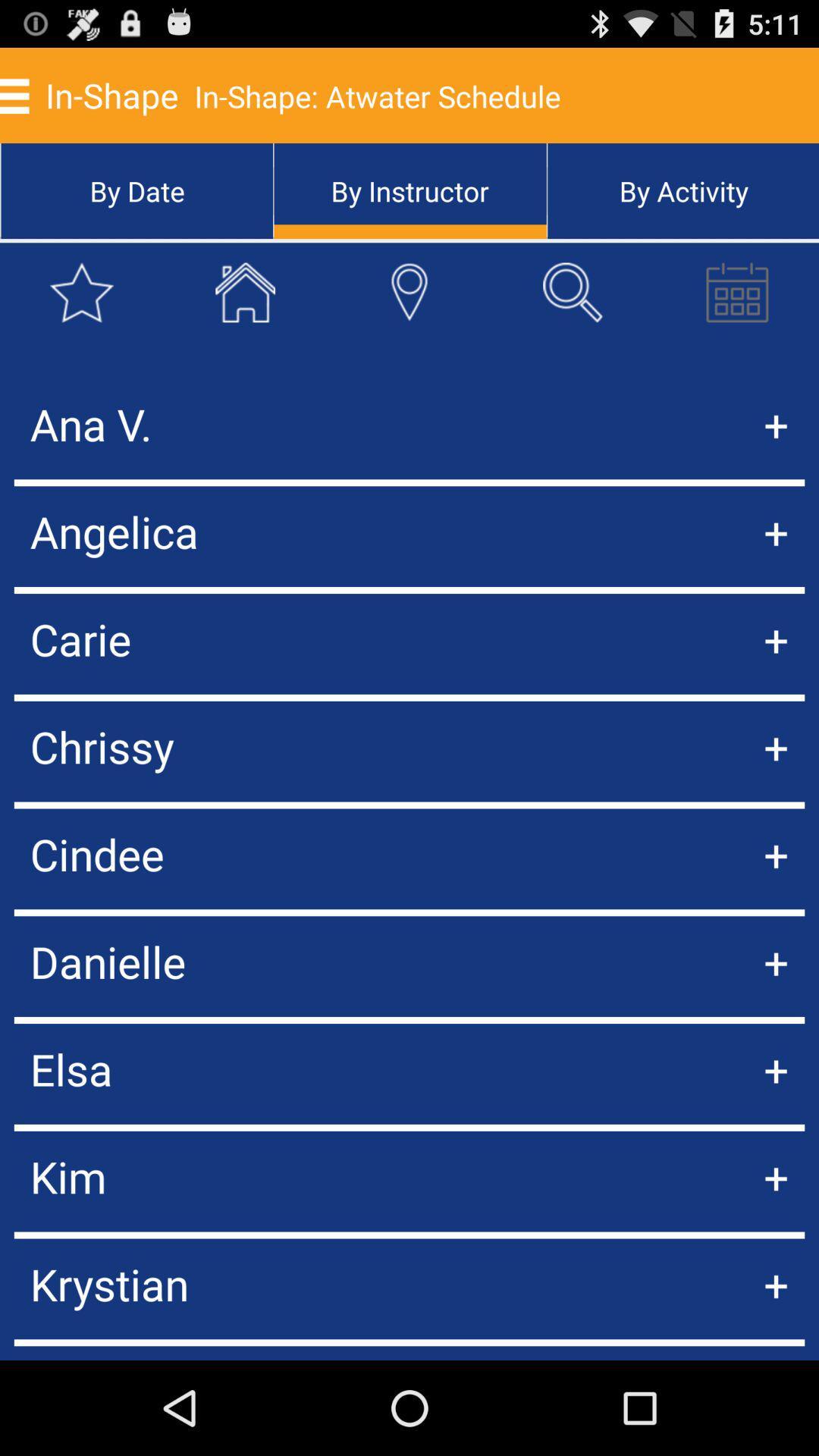 The image size is (819, 1456). I want to click on the date_range icon, so click(736, 312).